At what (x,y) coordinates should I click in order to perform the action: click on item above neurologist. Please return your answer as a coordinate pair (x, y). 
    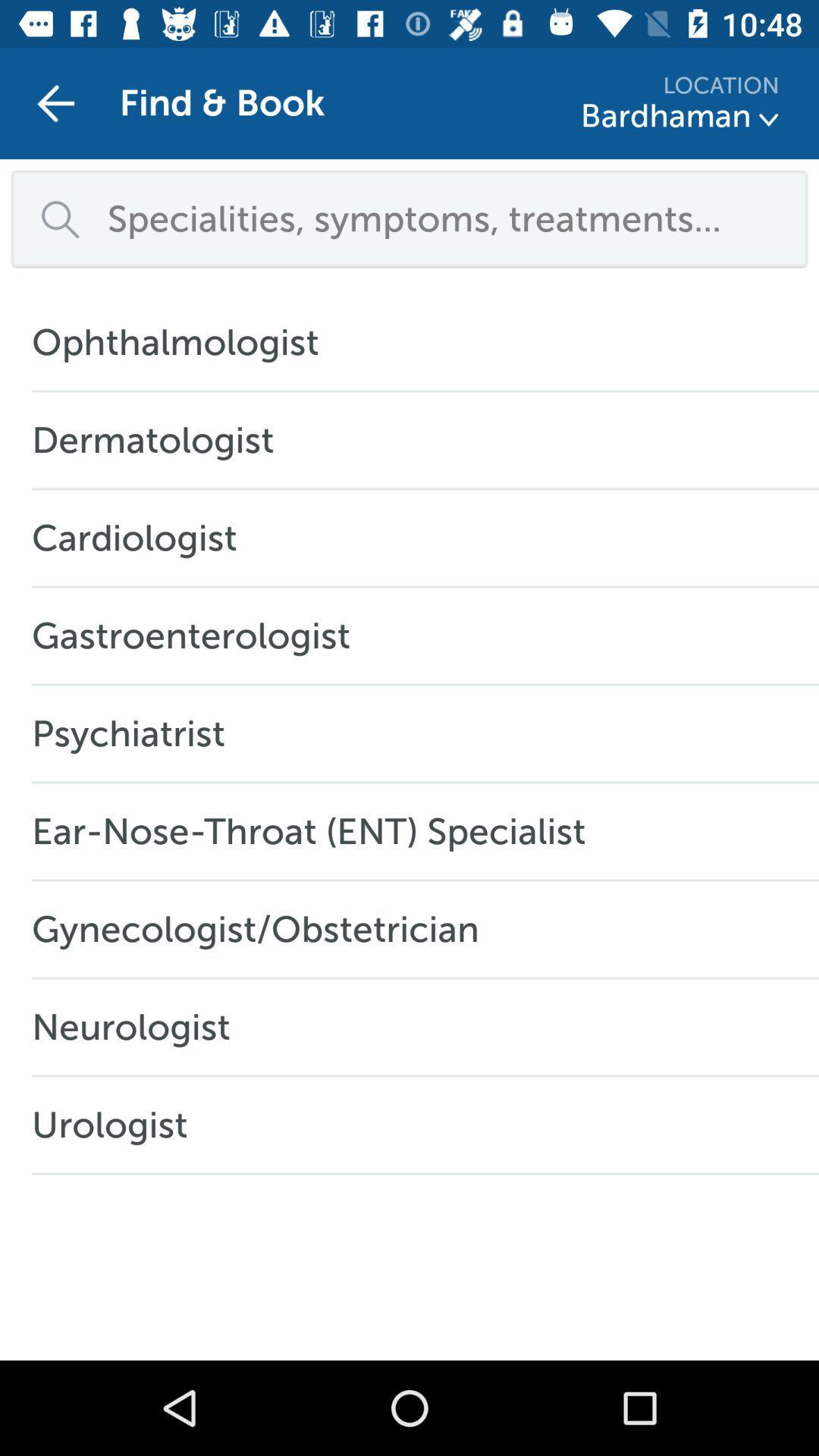
    Looking at the image, I should click on (262, 928).